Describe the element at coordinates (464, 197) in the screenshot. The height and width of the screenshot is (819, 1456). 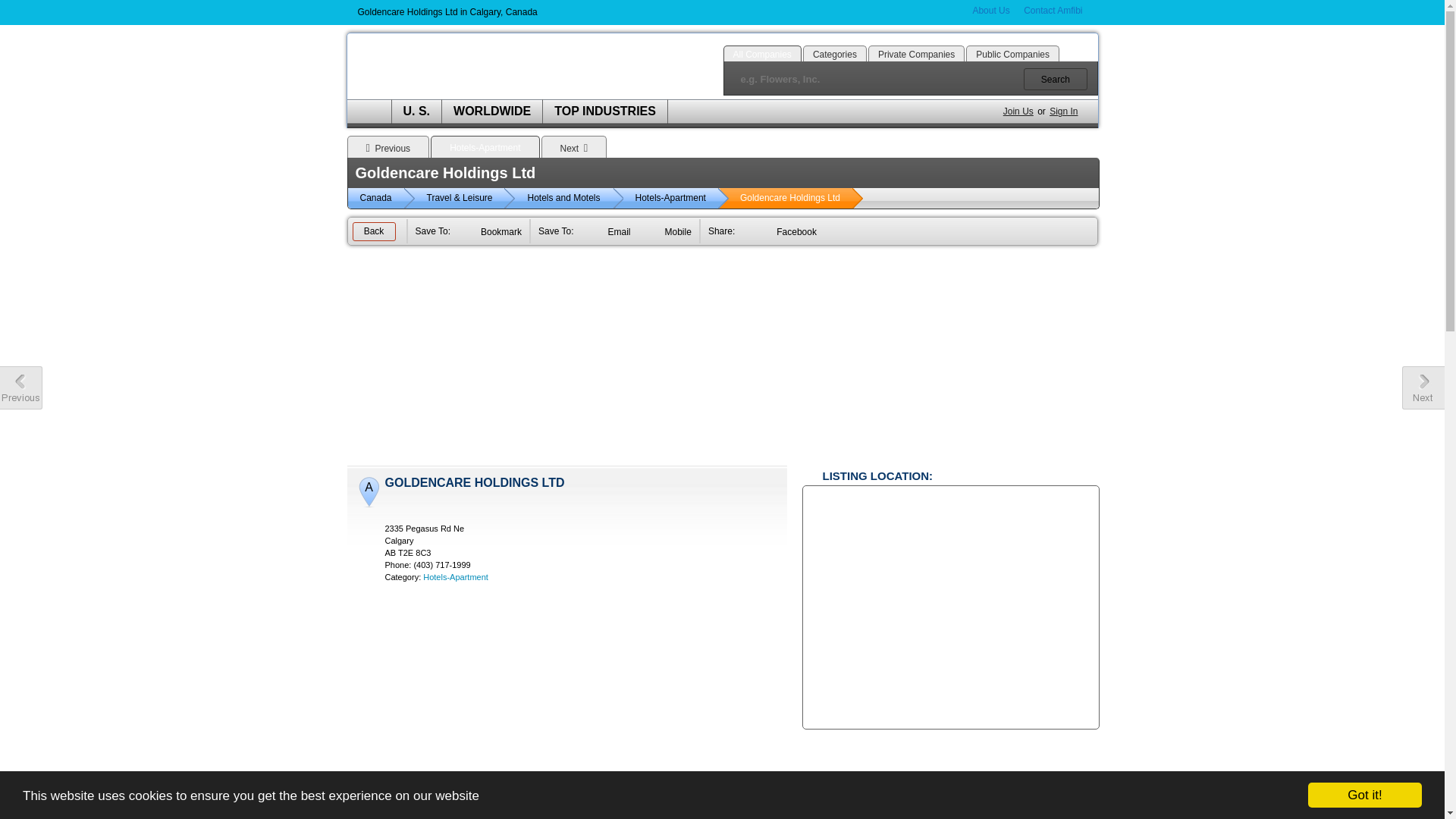
I see `'Travel & Leisure'` at that location.